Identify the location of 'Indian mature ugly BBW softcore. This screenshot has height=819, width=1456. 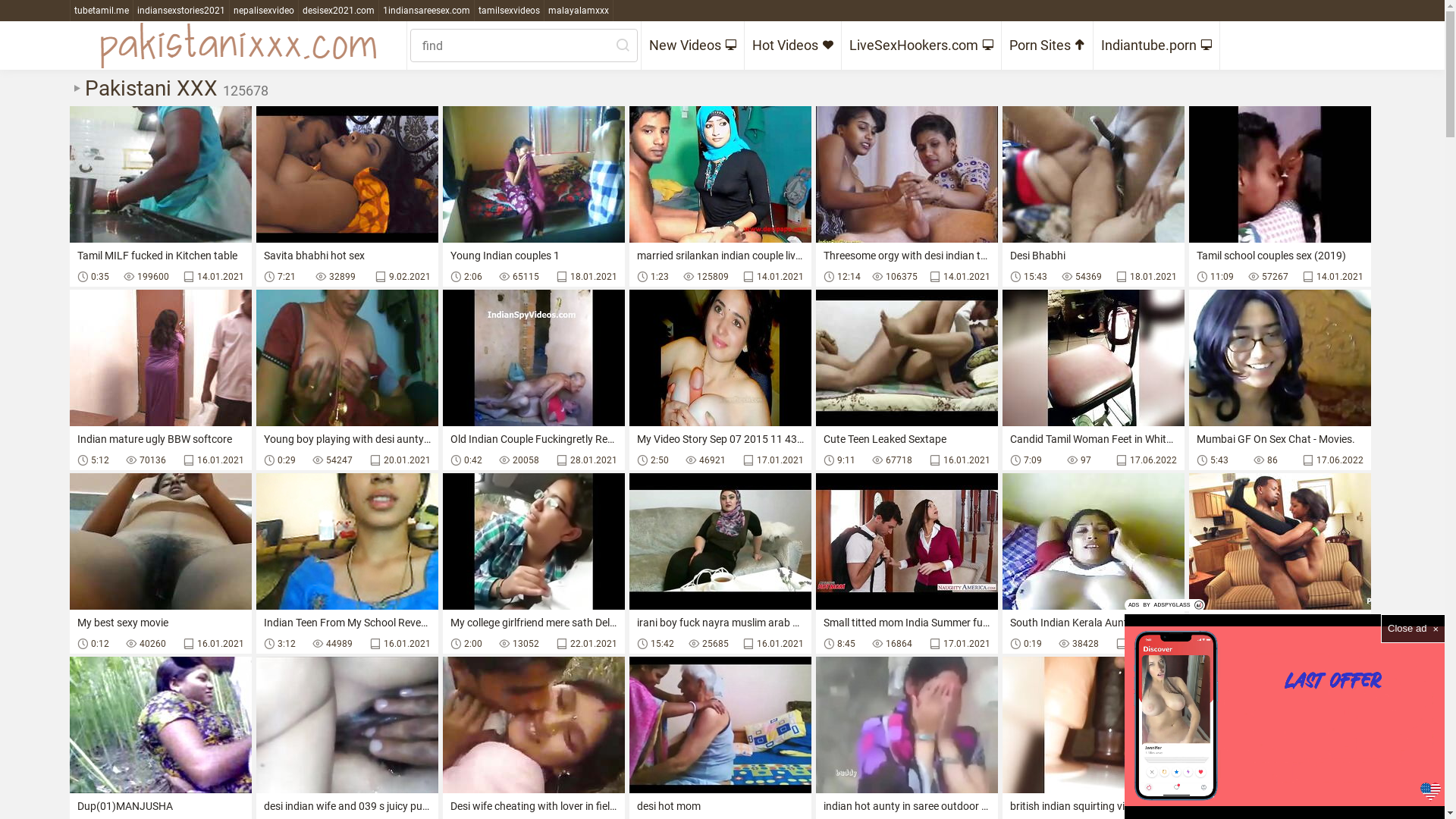
(160, 379).